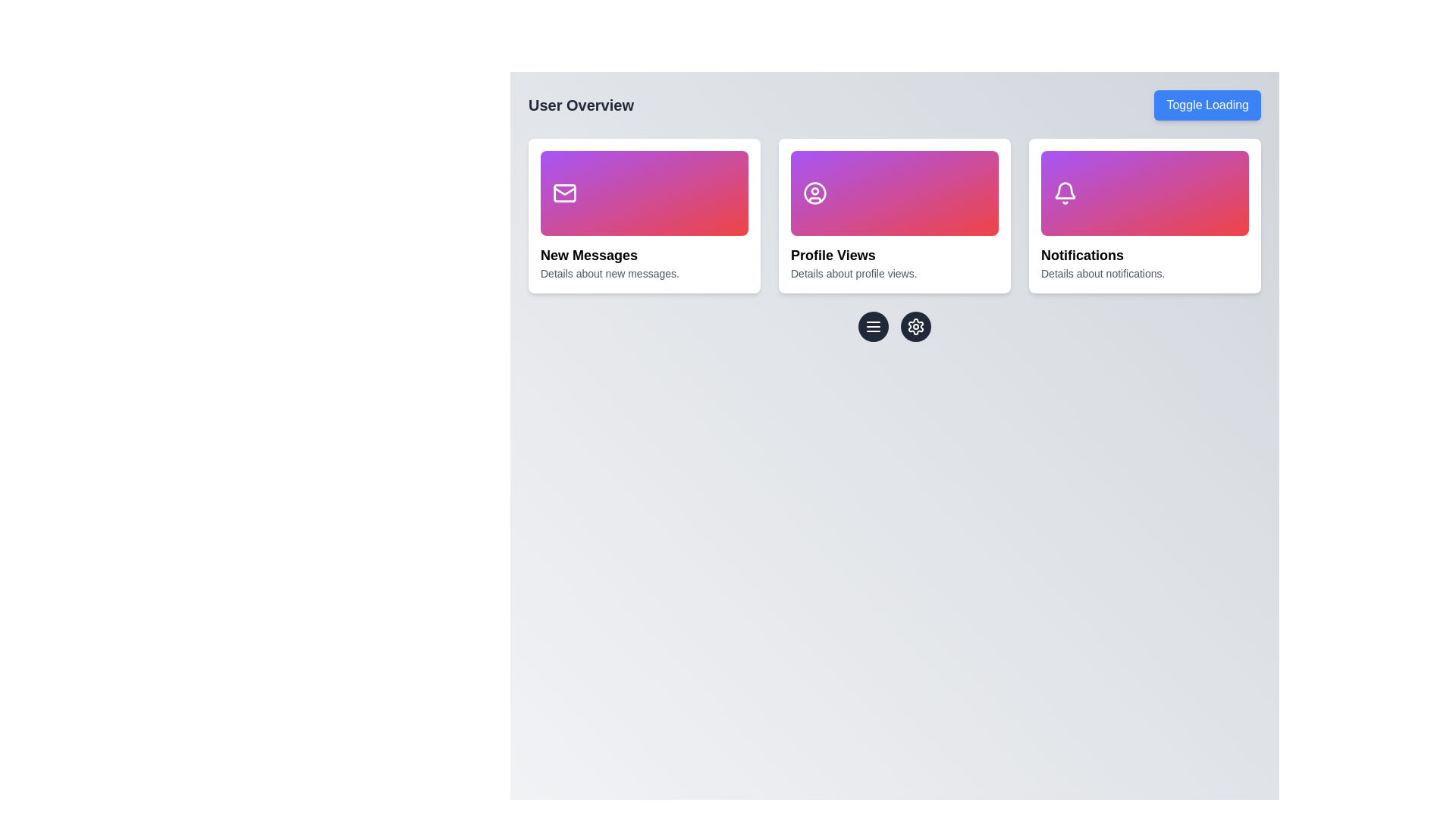 This screenshot has height=819, width=1456. I want to click on the left button in the horizontal toolbar located beneath the 'New Messages,' 'Profile Views,' and 'Notifications' sections, which contains two circular buttons with dark backgrounds and white icons, so click(895, 326).